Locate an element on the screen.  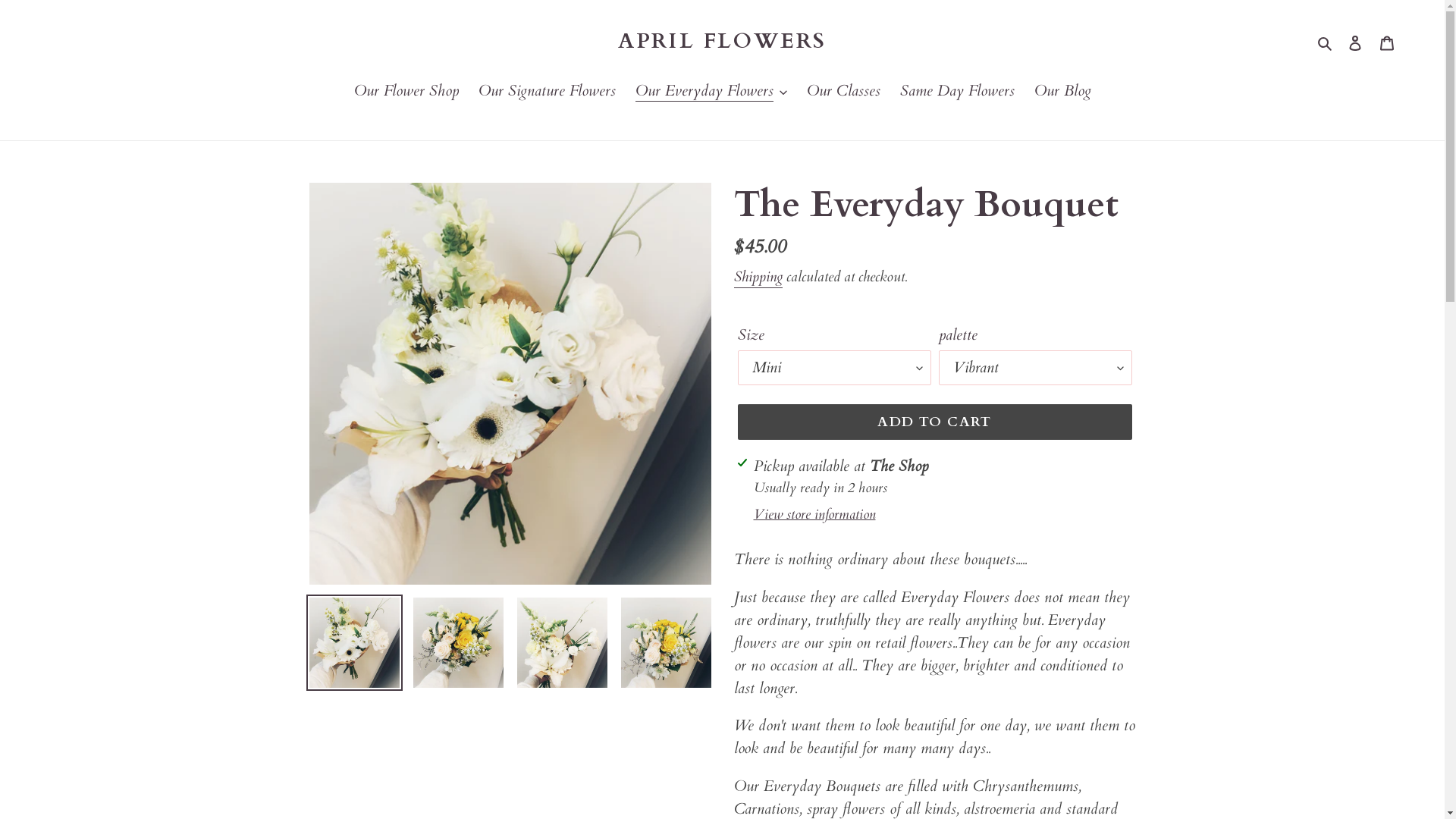
'Our Classes' is located at coordinates (843, 92).